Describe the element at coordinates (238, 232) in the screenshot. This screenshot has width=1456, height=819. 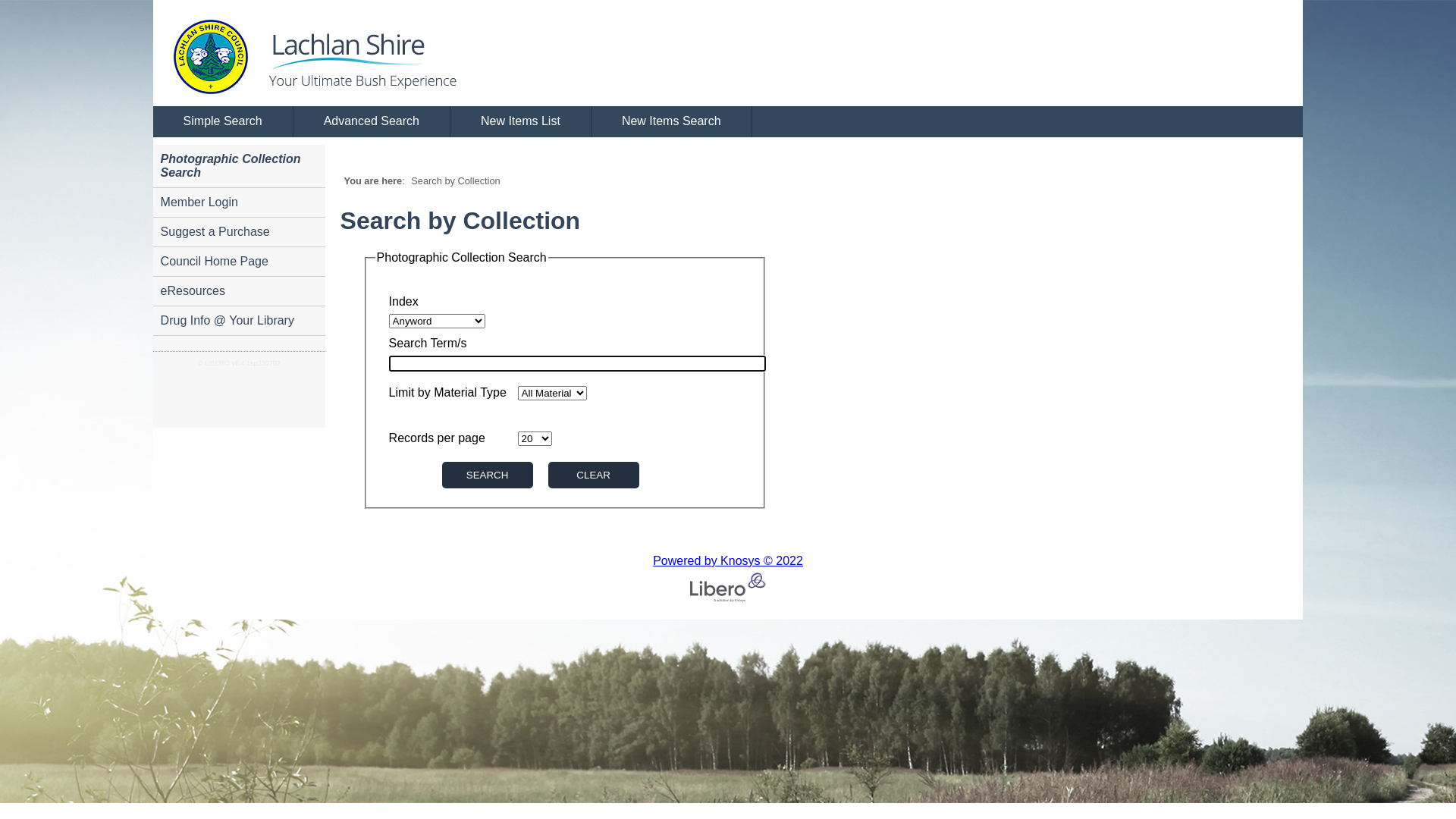
I see `'Suggest a Purchase'` at that location.